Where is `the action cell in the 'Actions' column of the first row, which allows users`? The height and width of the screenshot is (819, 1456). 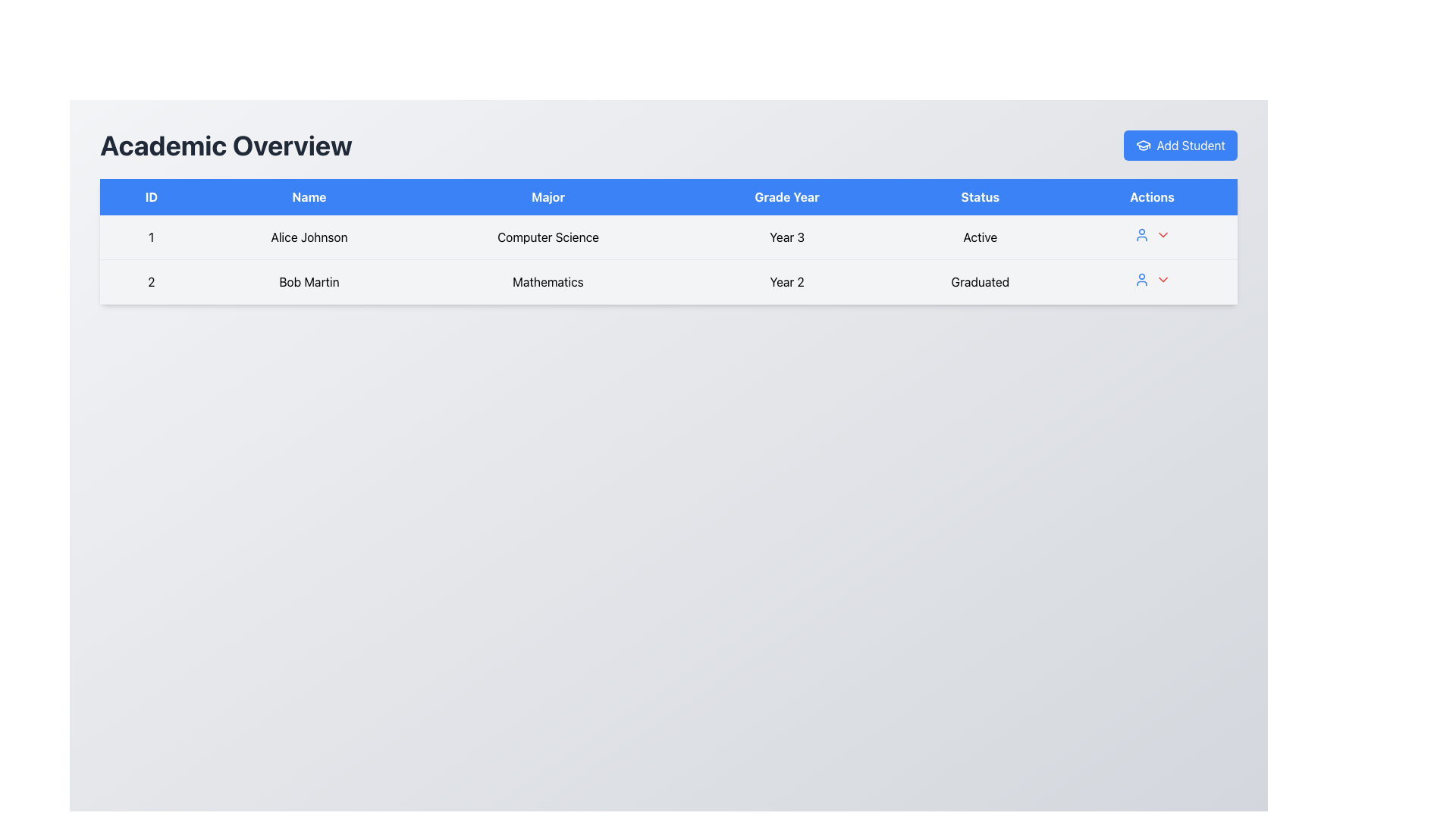 the action cell in the 'Actions' column of the first row, which allows users is located at coordinates (1152, 237).